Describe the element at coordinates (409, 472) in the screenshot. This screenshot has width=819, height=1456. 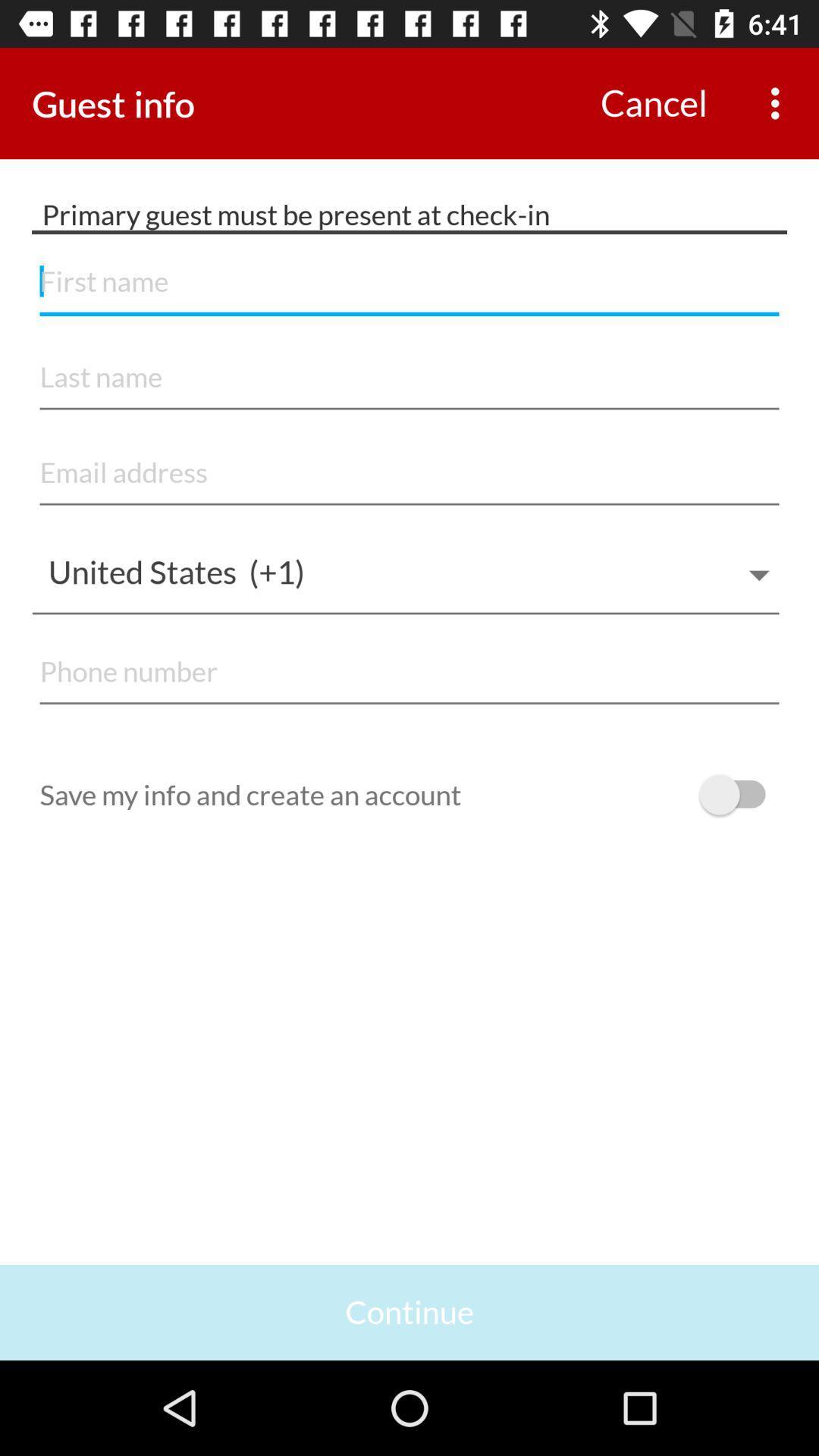
I see `email address` at that location.